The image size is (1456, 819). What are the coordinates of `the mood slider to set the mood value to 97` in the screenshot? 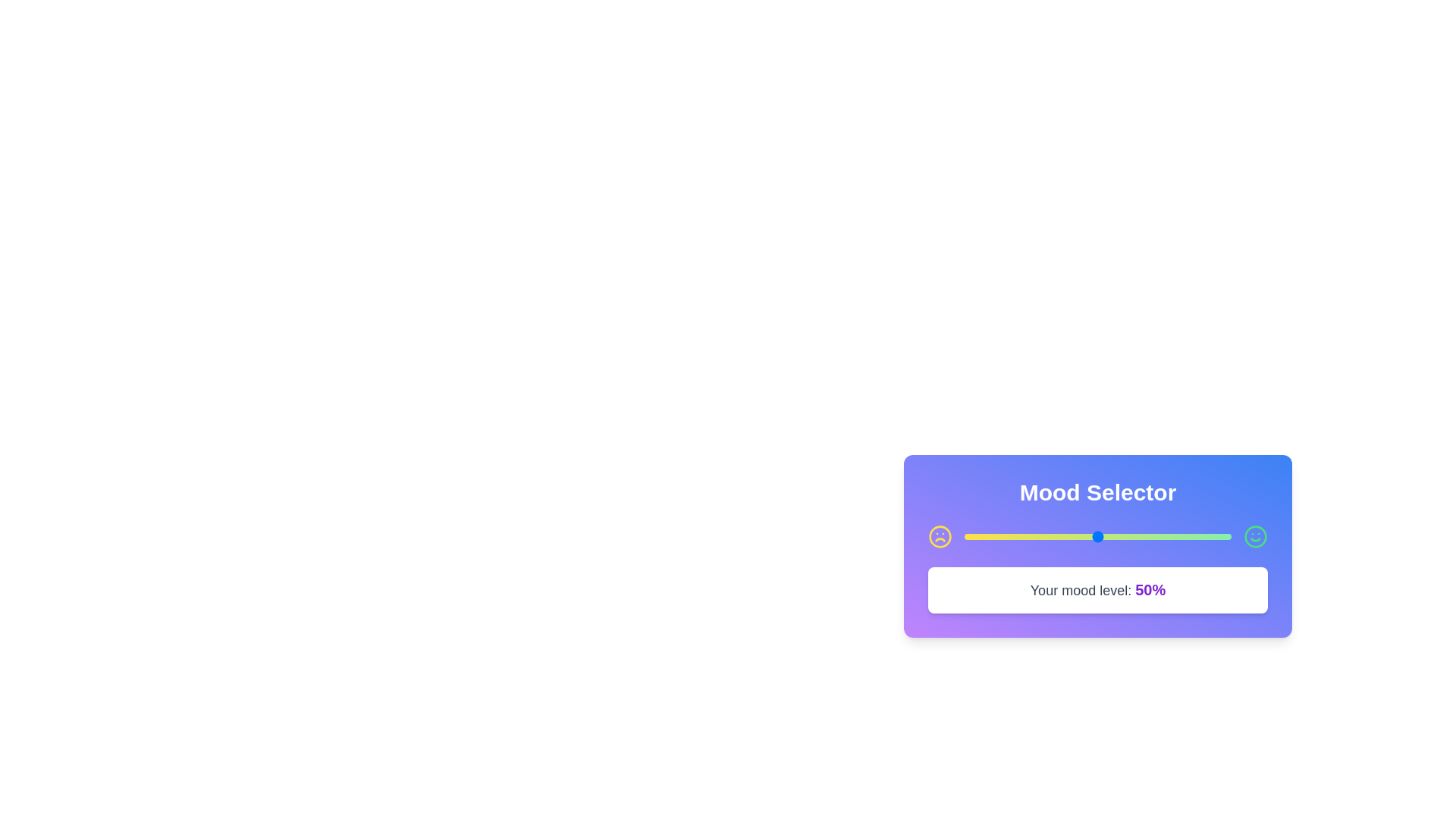 It's located at (1223, 536).